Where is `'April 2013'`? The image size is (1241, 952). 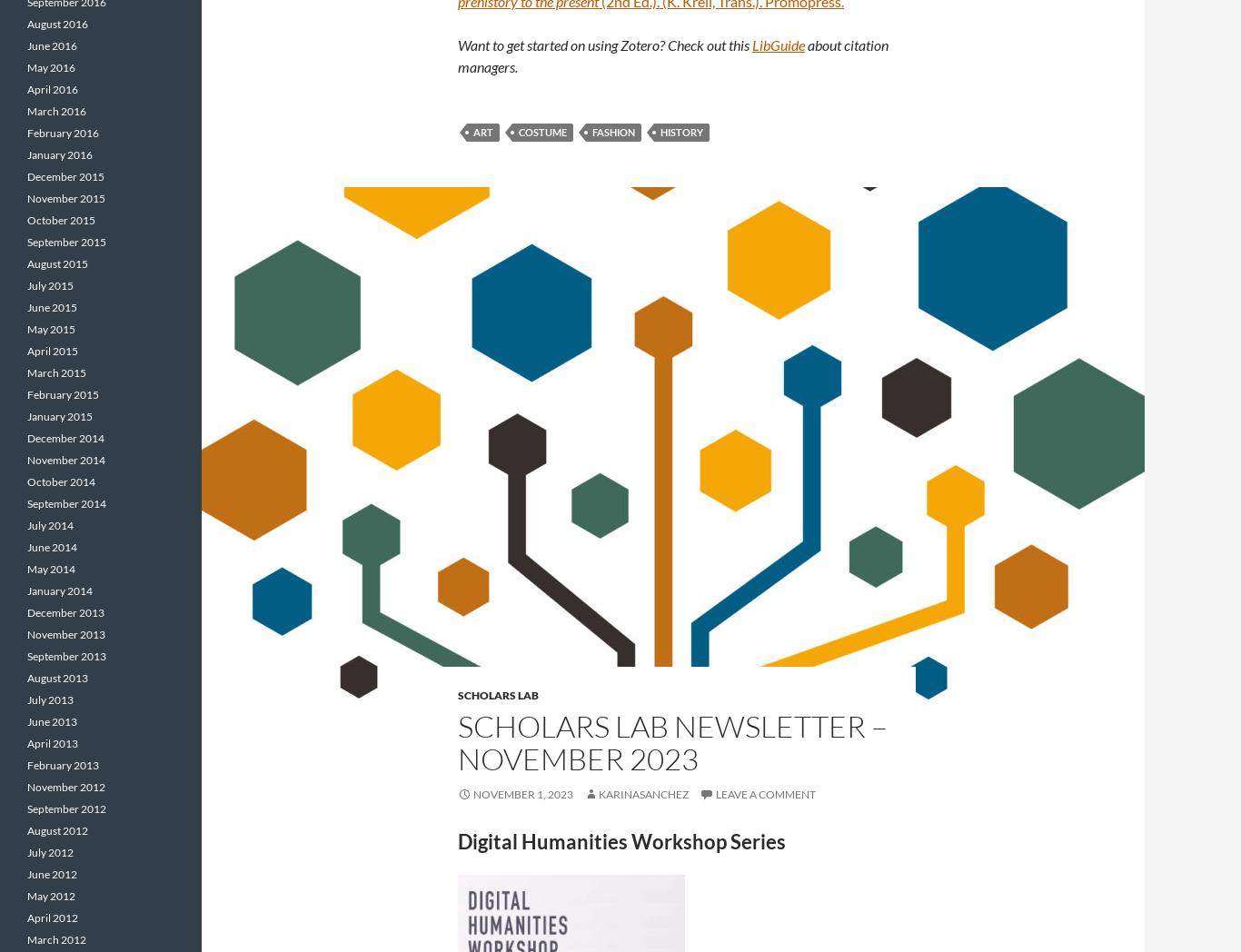
'April 2013' is located at coordinates (53, 742).